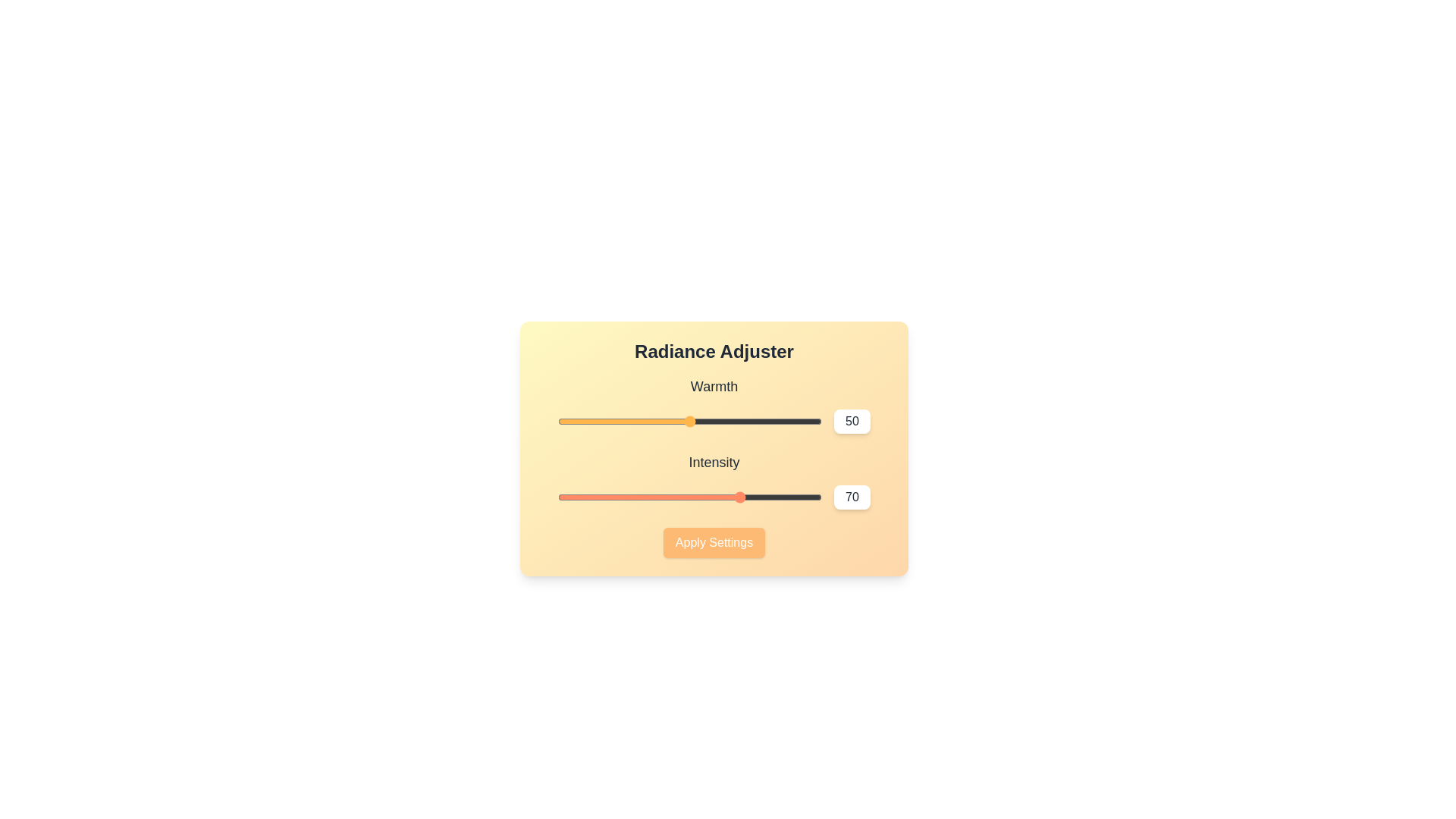 This screenshot has height=819, width=1456. What do you see at coordinates (626, 421) in the screenshot?
I see `the 'Warmth' slider to 26` at bounding box center [626, 421].